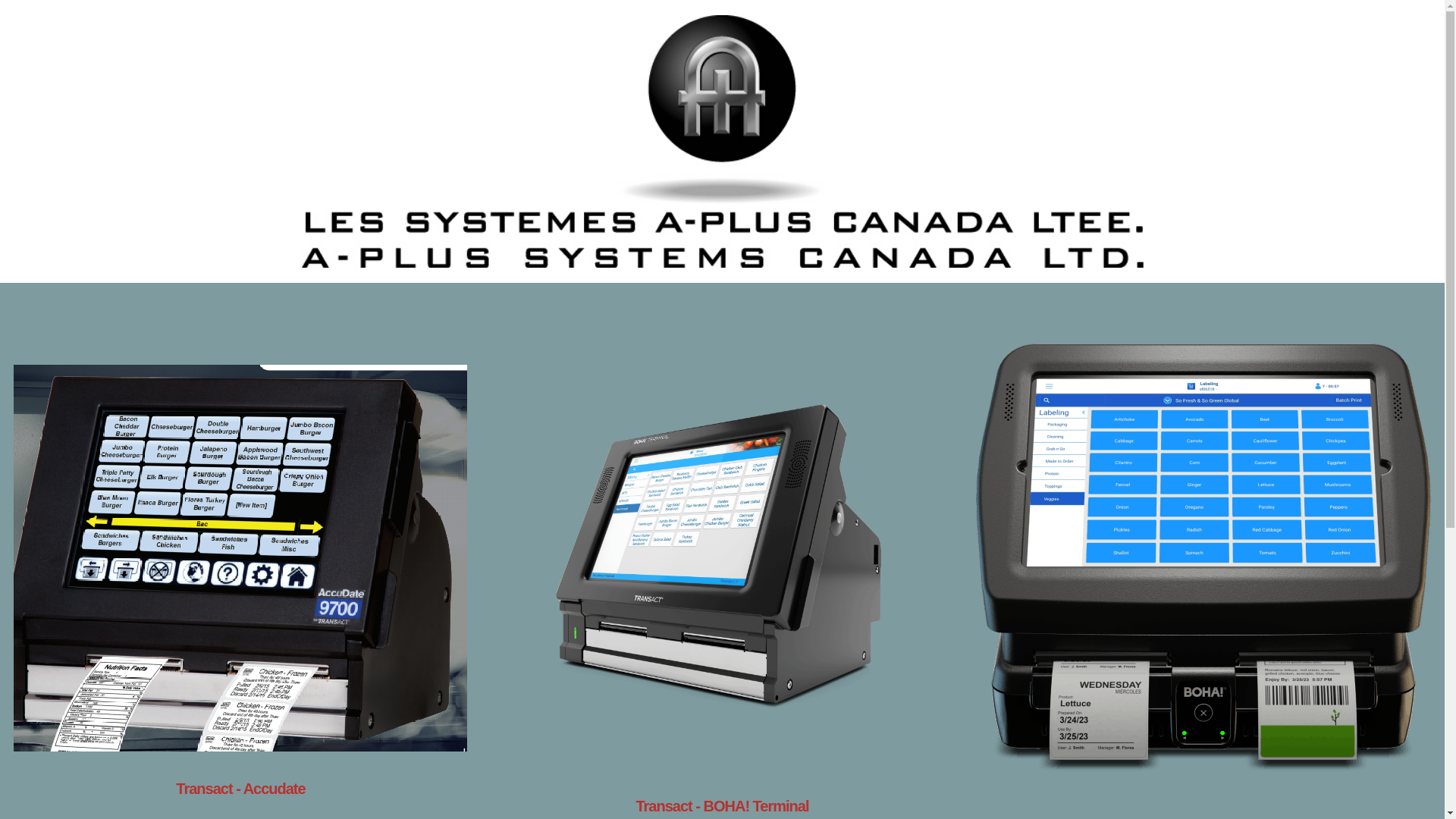 This screenshot has width=1456, height=819. What do you see at coordinates (722, 141) in the screenshot?
I see `'A-PLUS SYSTEMS CANADA LTD'` at bounding box center [722, 141].